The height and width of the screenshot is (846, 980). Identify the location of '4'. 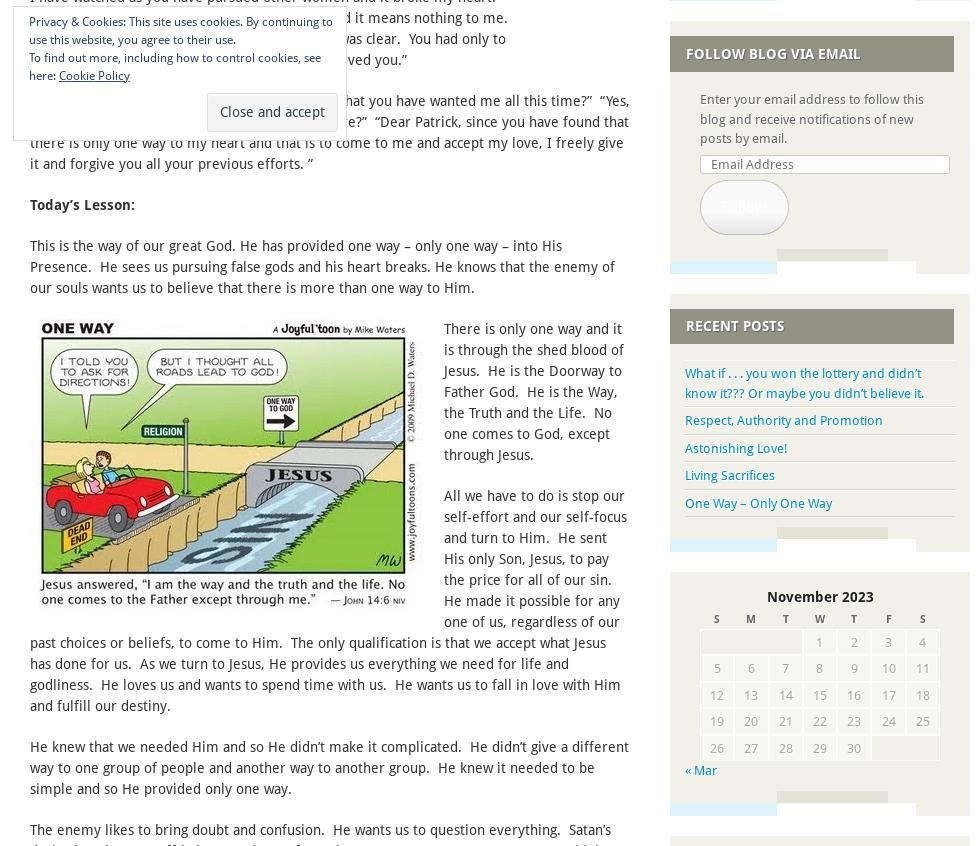
(919, 641).